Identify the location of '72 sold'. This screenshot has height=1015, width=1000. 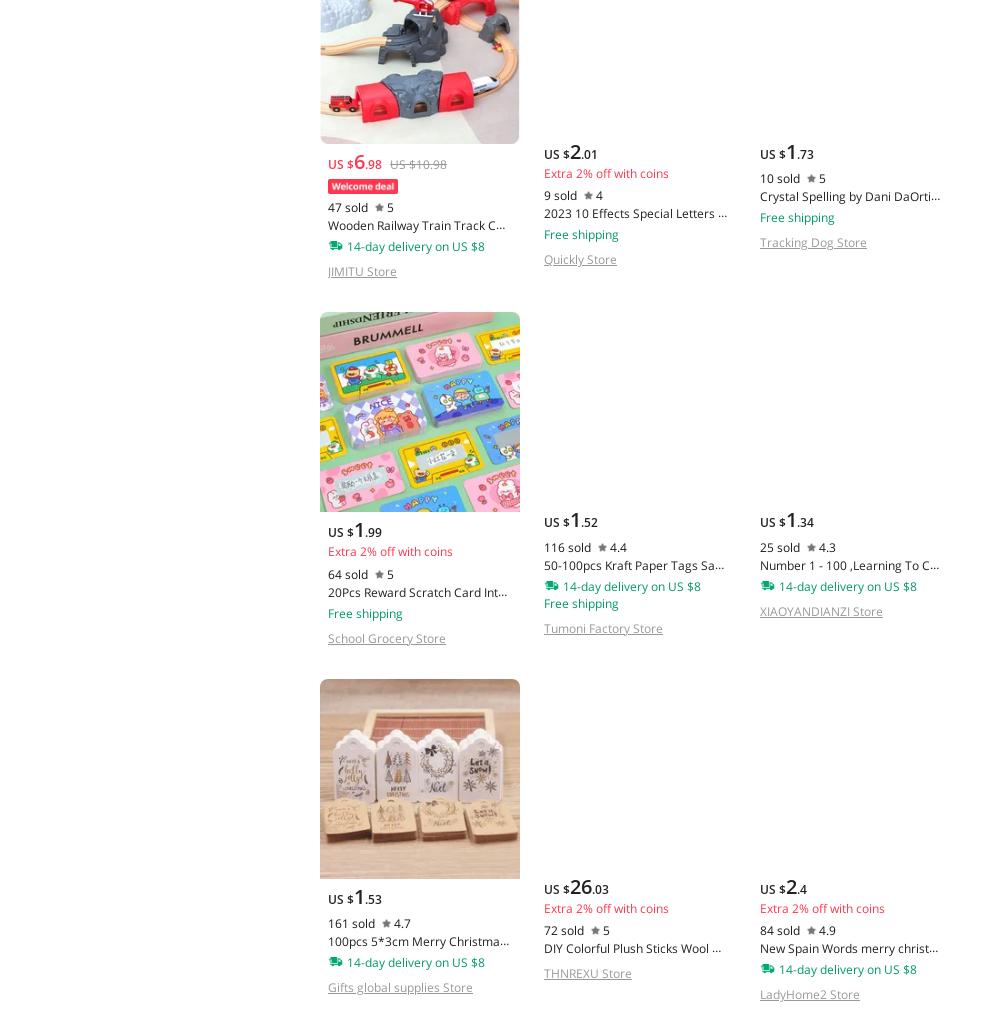
(562, 929).